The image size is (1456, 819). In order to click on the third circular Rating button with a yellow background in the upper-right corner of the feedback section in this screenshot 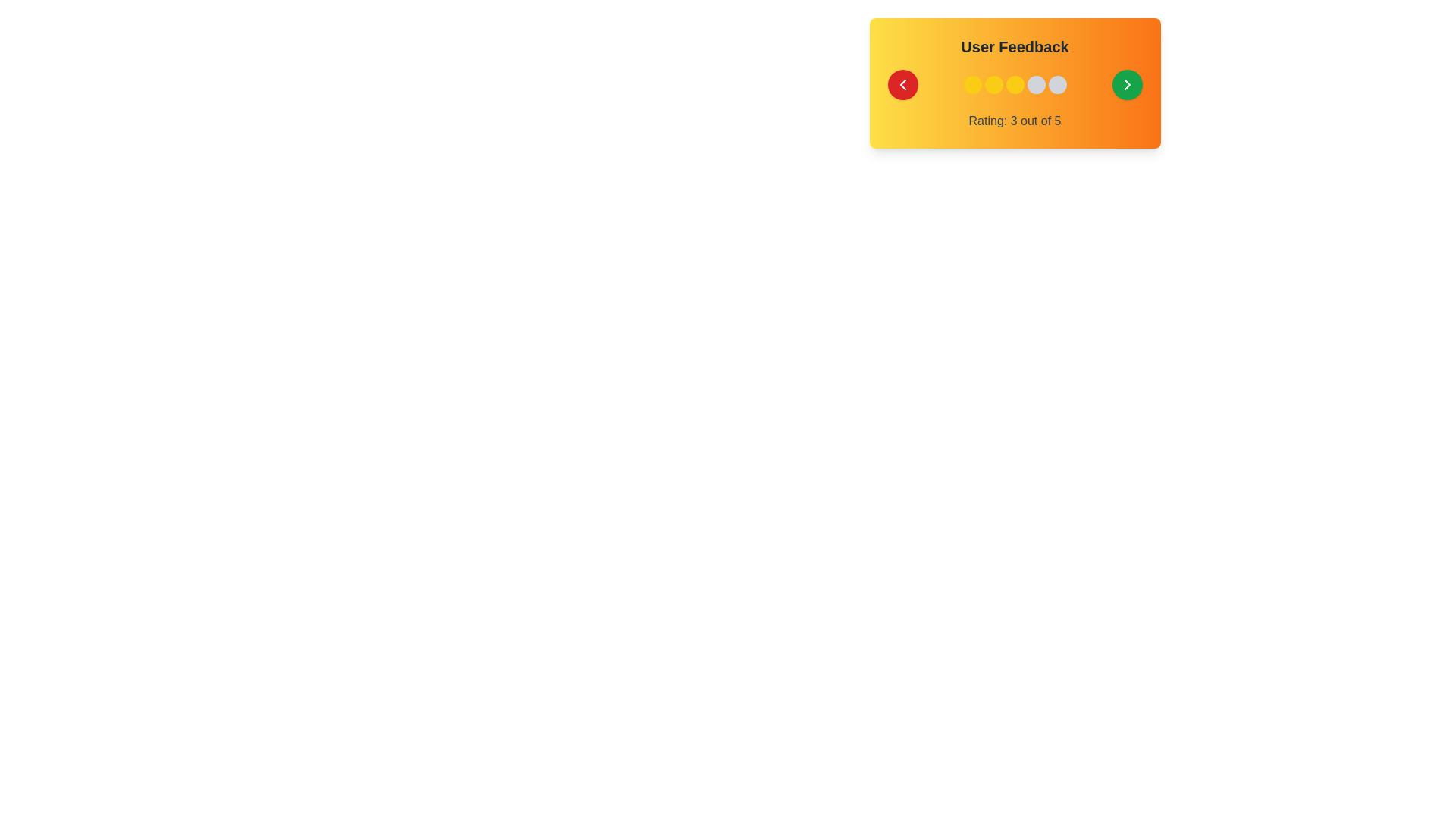, I will do `click(1015, 84)`.